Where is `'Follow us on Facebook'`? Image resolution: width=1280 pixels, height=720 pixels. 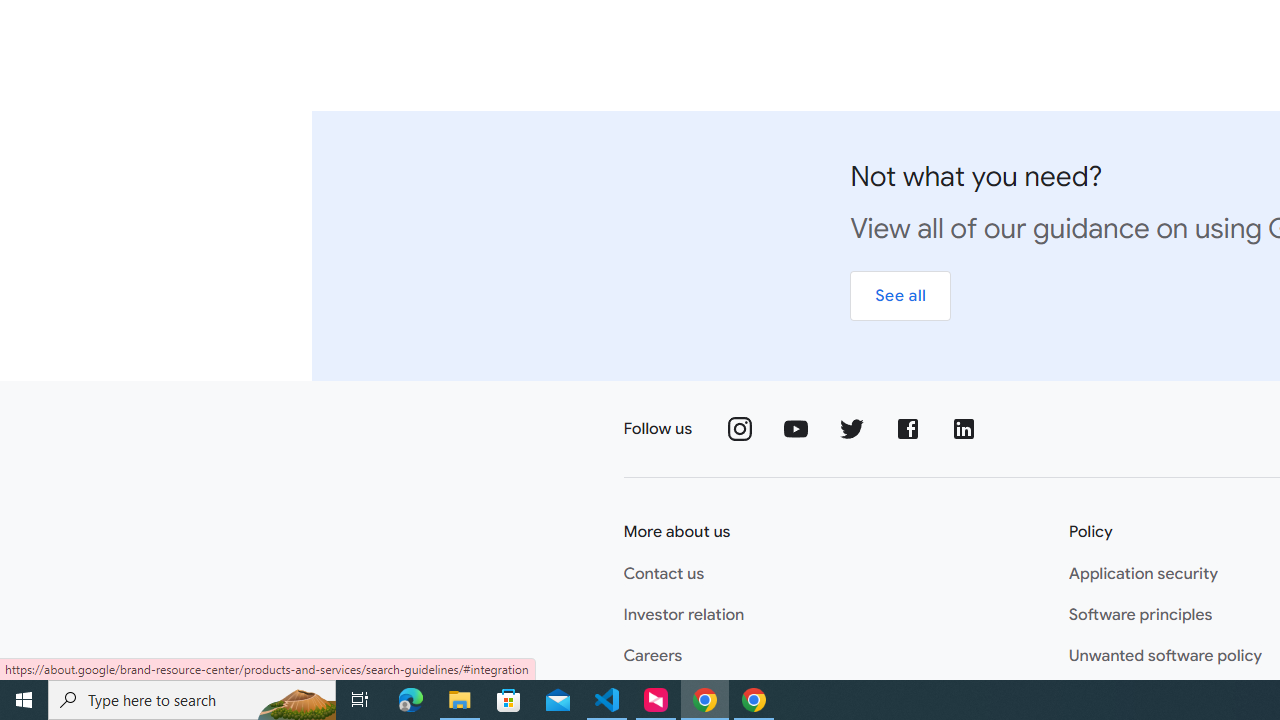 'Follow us on Facebook' is located at coordinates (907, 428).